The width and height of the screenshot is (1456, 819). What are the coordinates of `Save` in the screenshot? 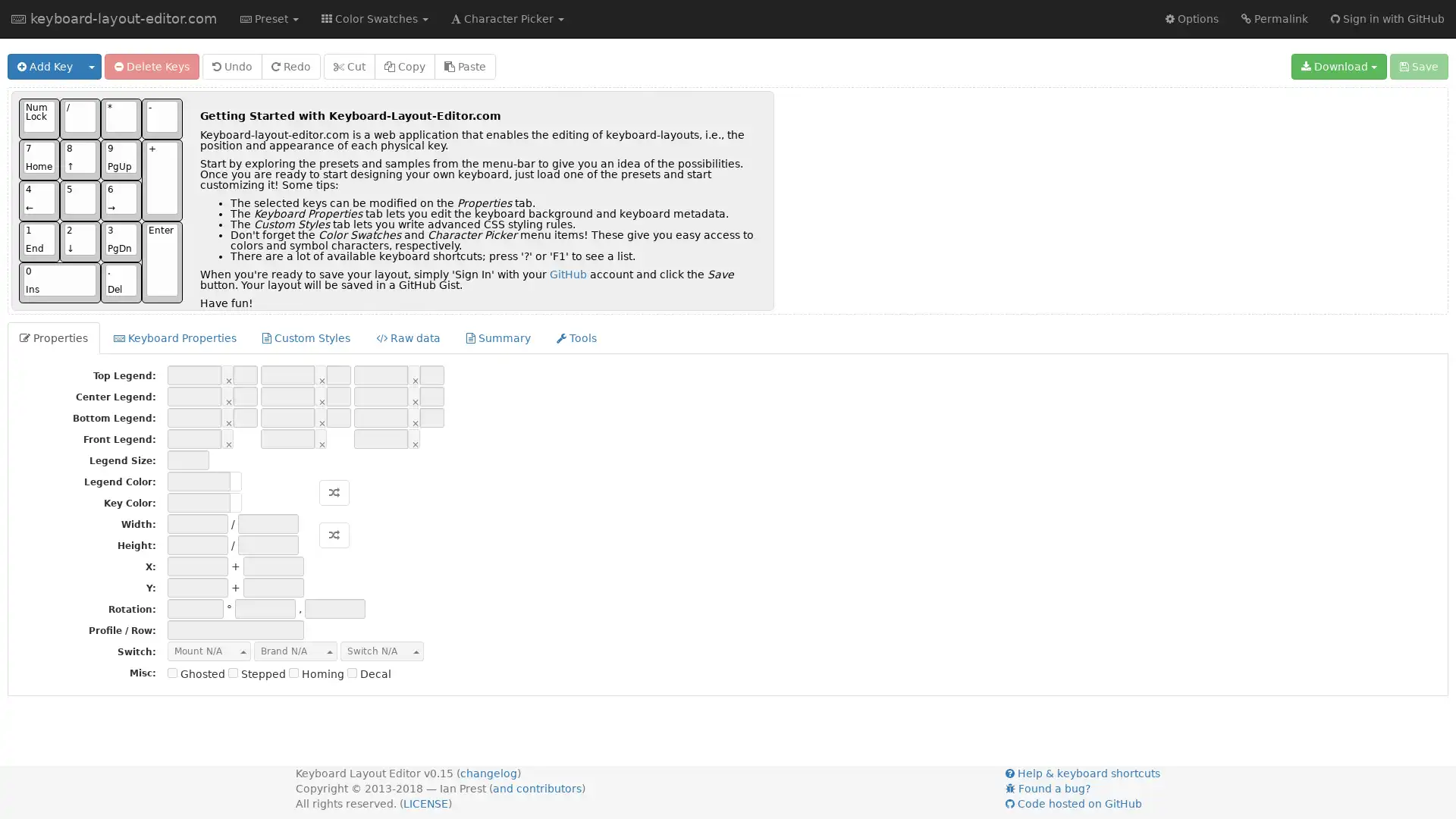 It's located at (1418, 66).